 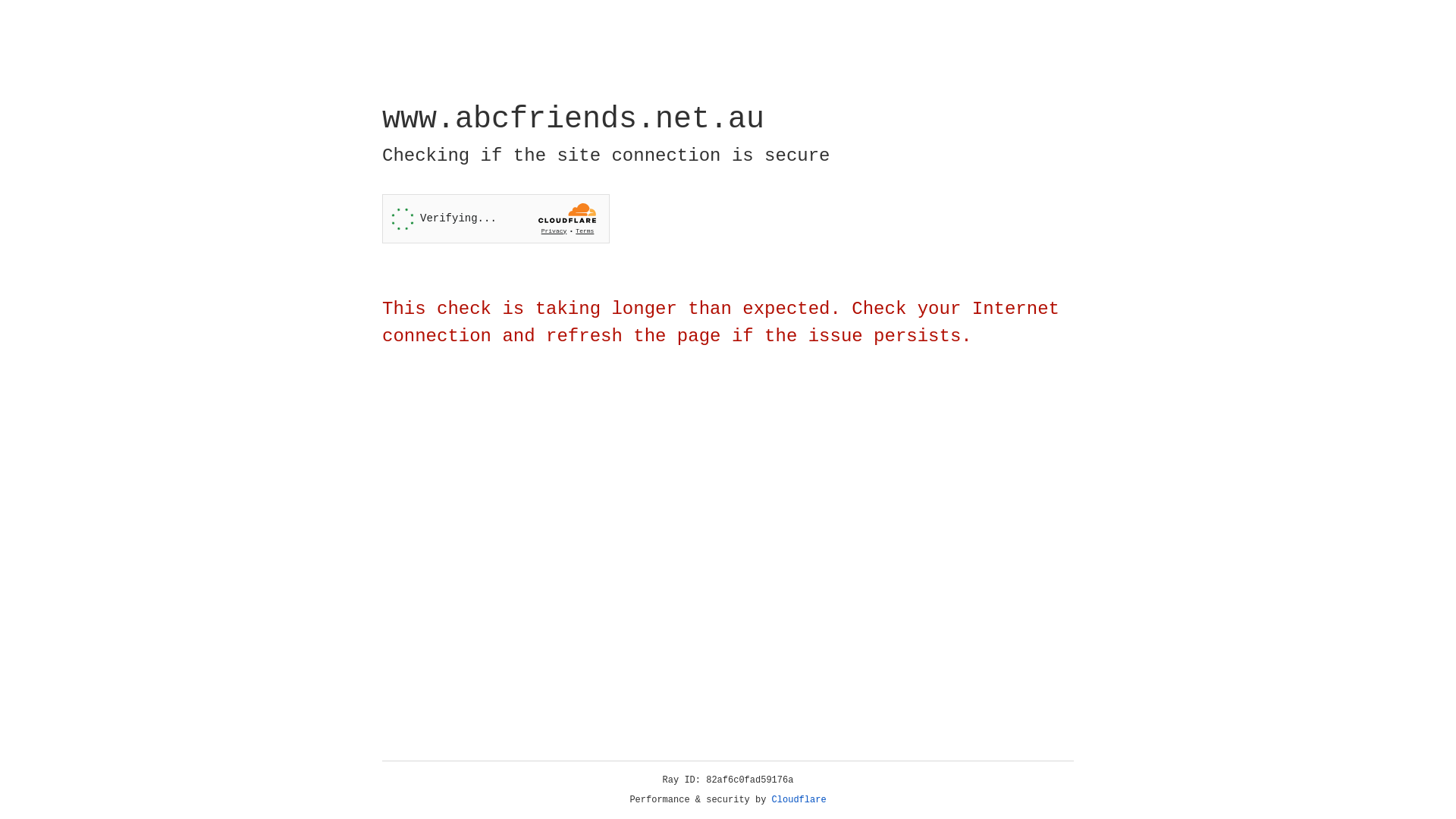 I want to click on 'Cloudflare', so click(x=799, y=799).